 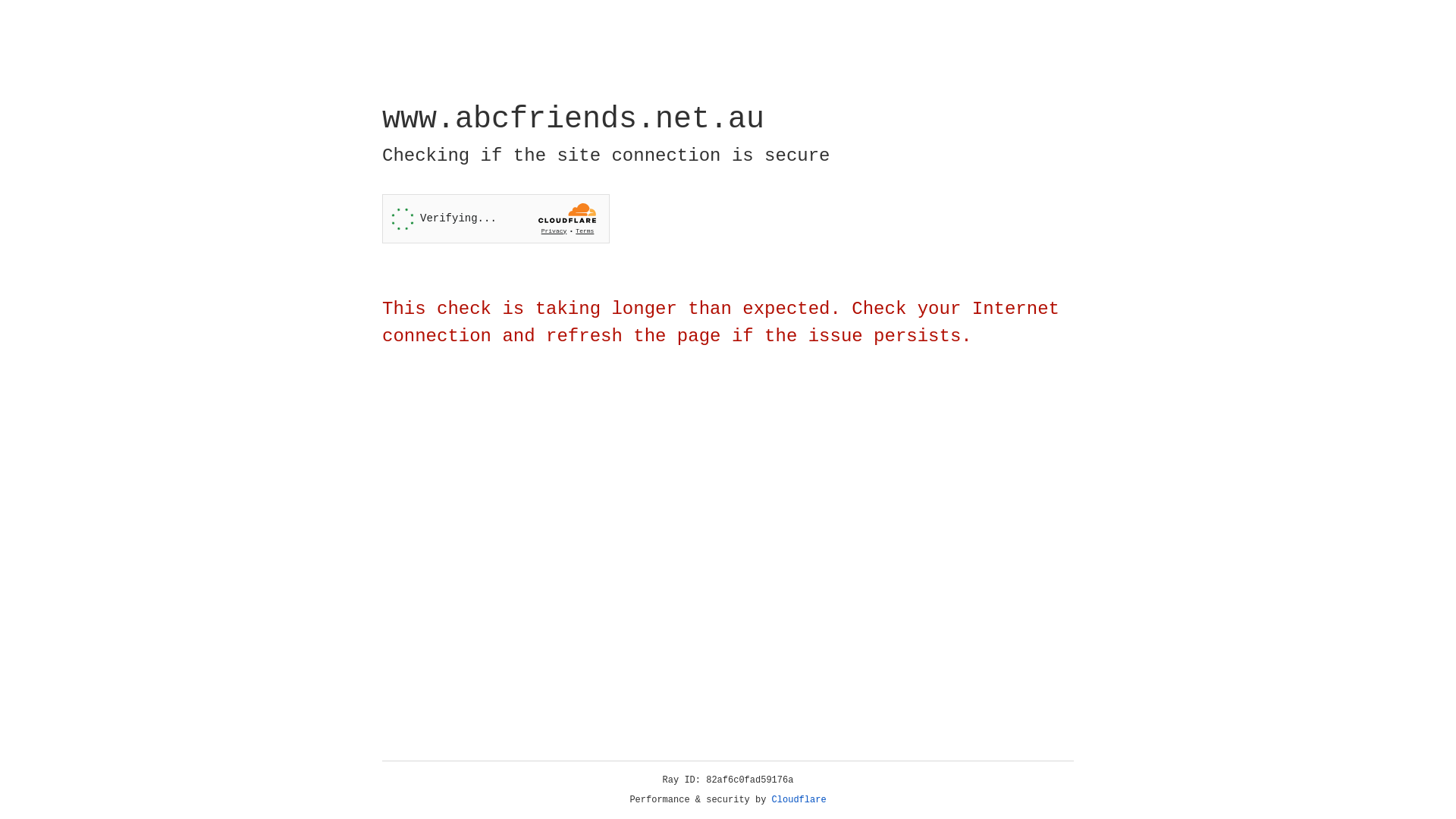 I want to click on 'Cloudflare', so click(x=799, y=799).